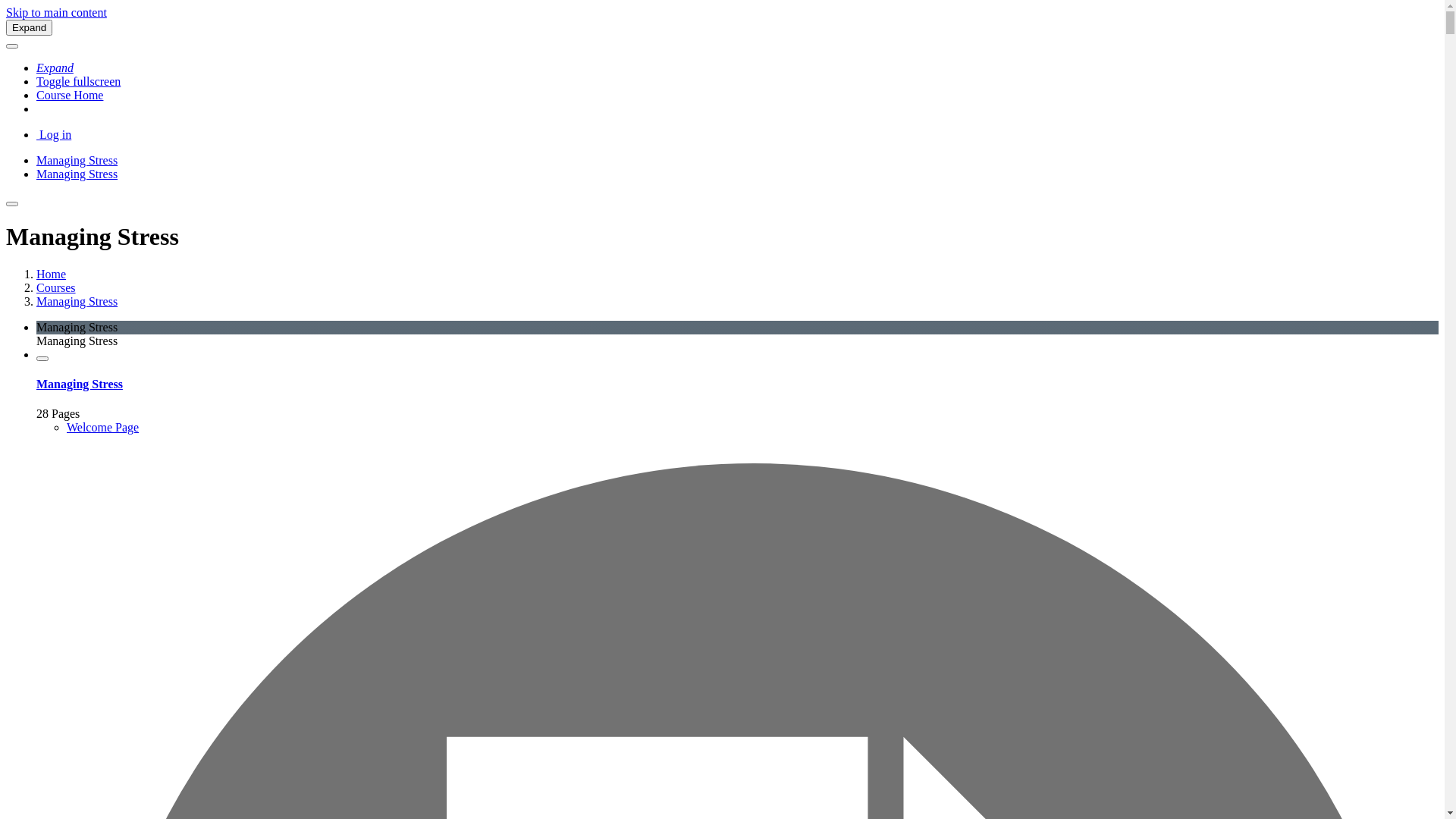 The image size is (1456, 819). Describe the element at coordinates (54, 133) in the screenshot. I see `' Log in'` at that location.